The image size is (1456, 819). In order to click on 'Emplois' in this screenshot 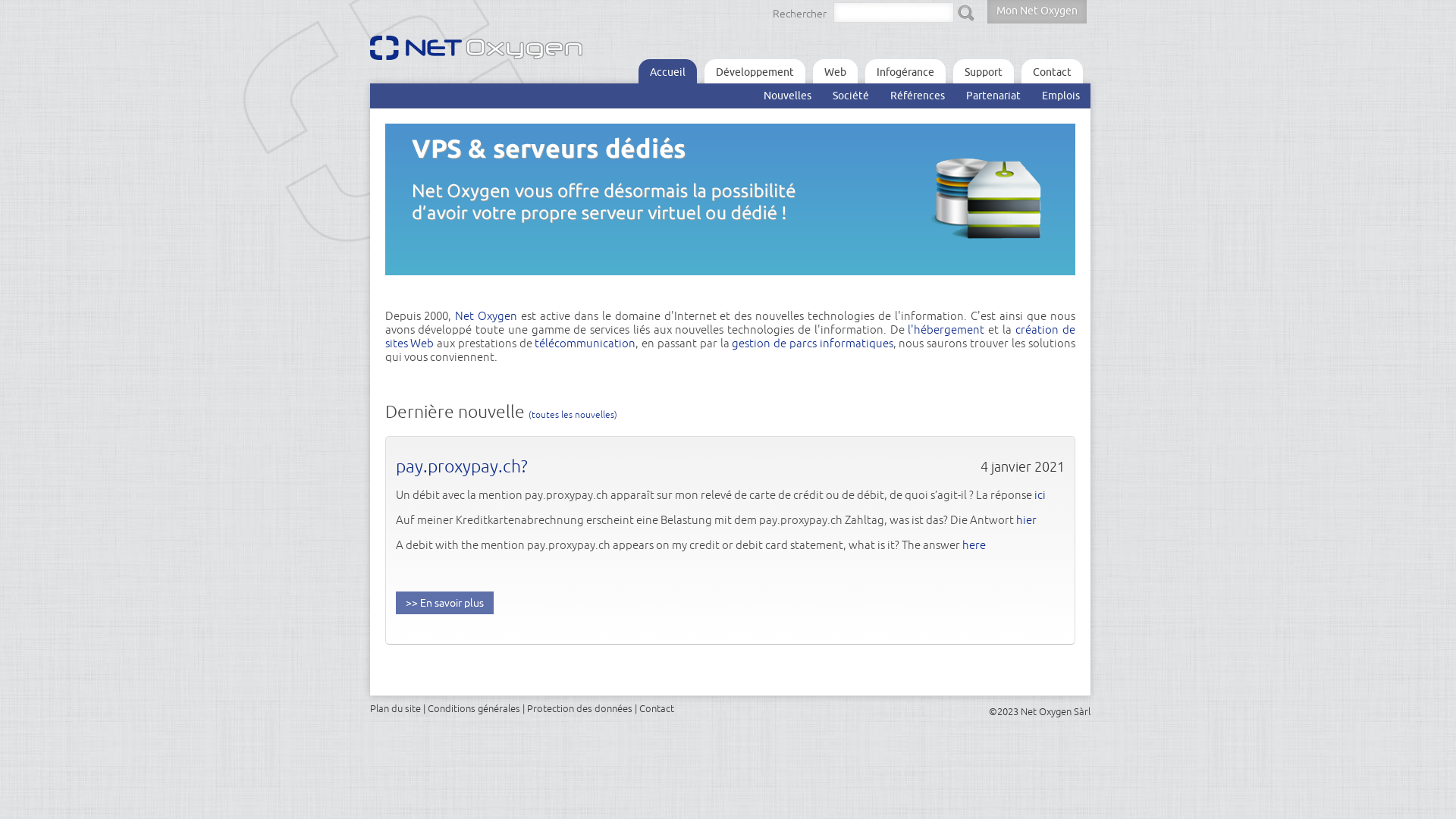, I will do `click(1059, 96)`.